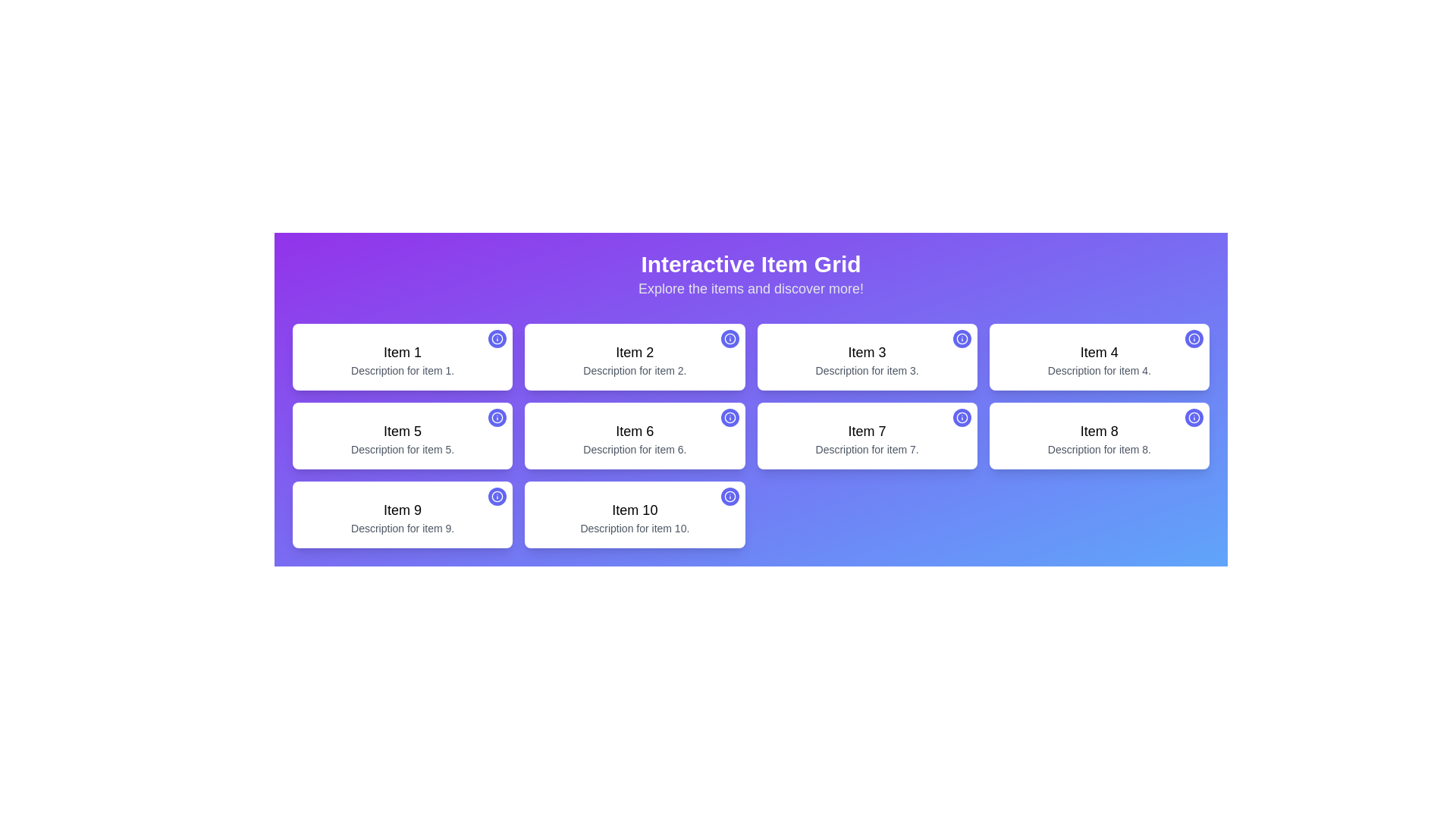 This screenshot has width=1456, height=819. I want to click on the static text element located directly below the bold title 'Item 10' in the card labeled 'Item 10', which is positioned in the second row, second column of a 2x5 grid layout, so click(635, 528).